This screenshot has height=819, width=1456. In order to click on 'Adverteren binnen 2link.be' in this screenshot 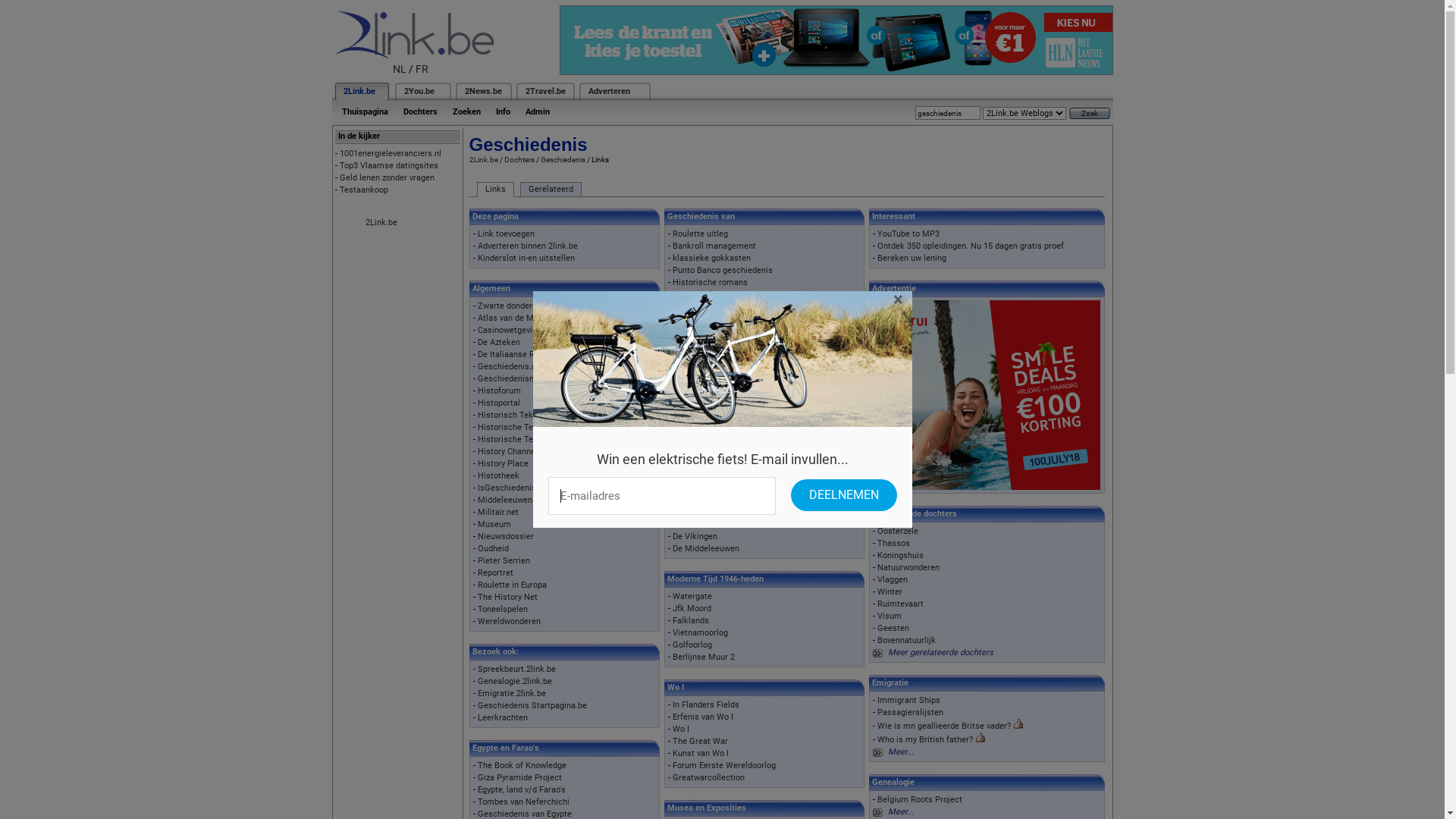, I will do `click(528, 245)`.